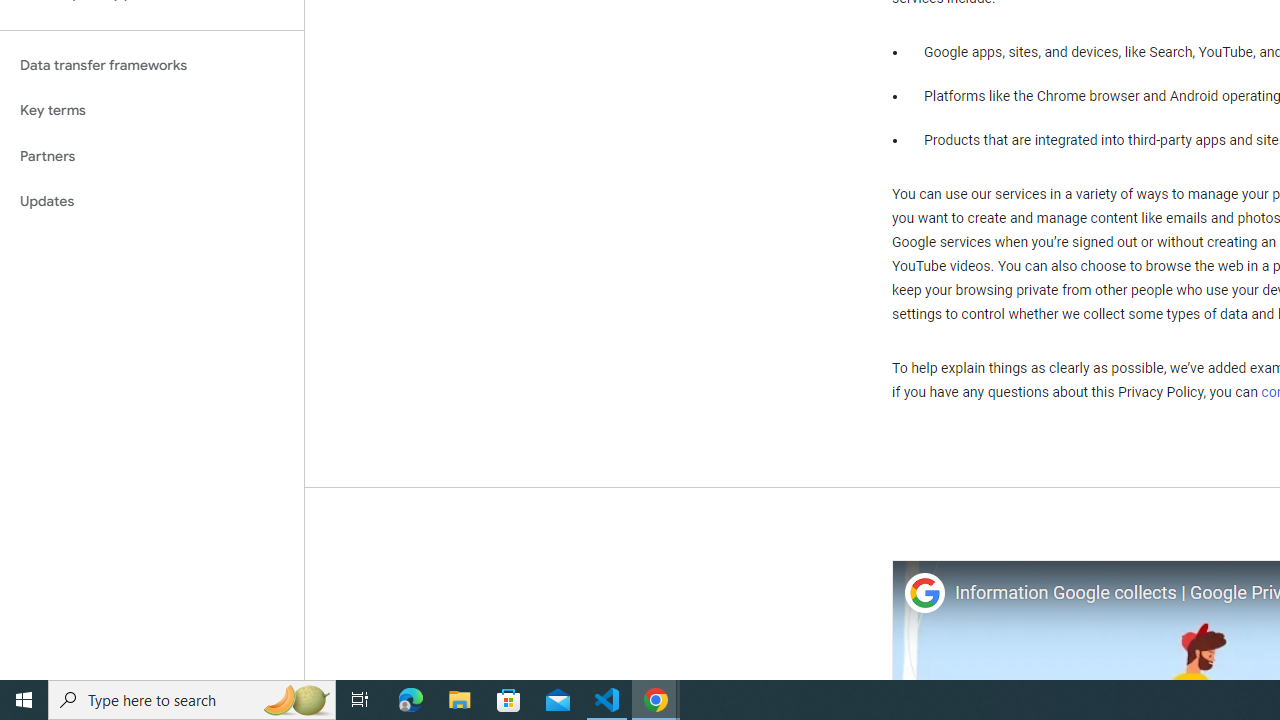 The width and height of the screenshot is (1280, 720). I want to click on 'Partners', so click(151, 155).